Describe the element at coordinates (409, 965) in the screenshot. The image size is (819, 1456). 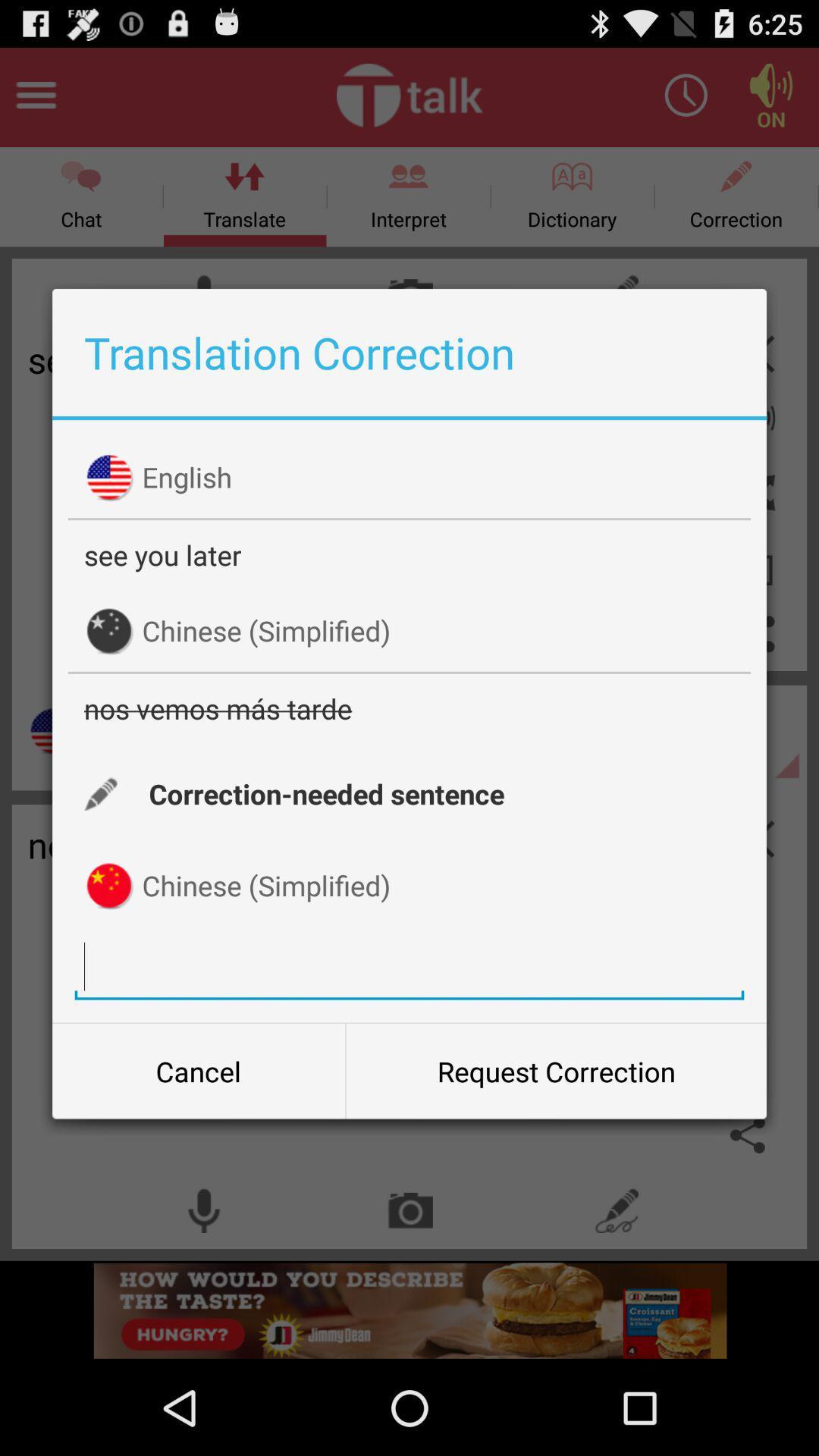
I see `text box` at that location.